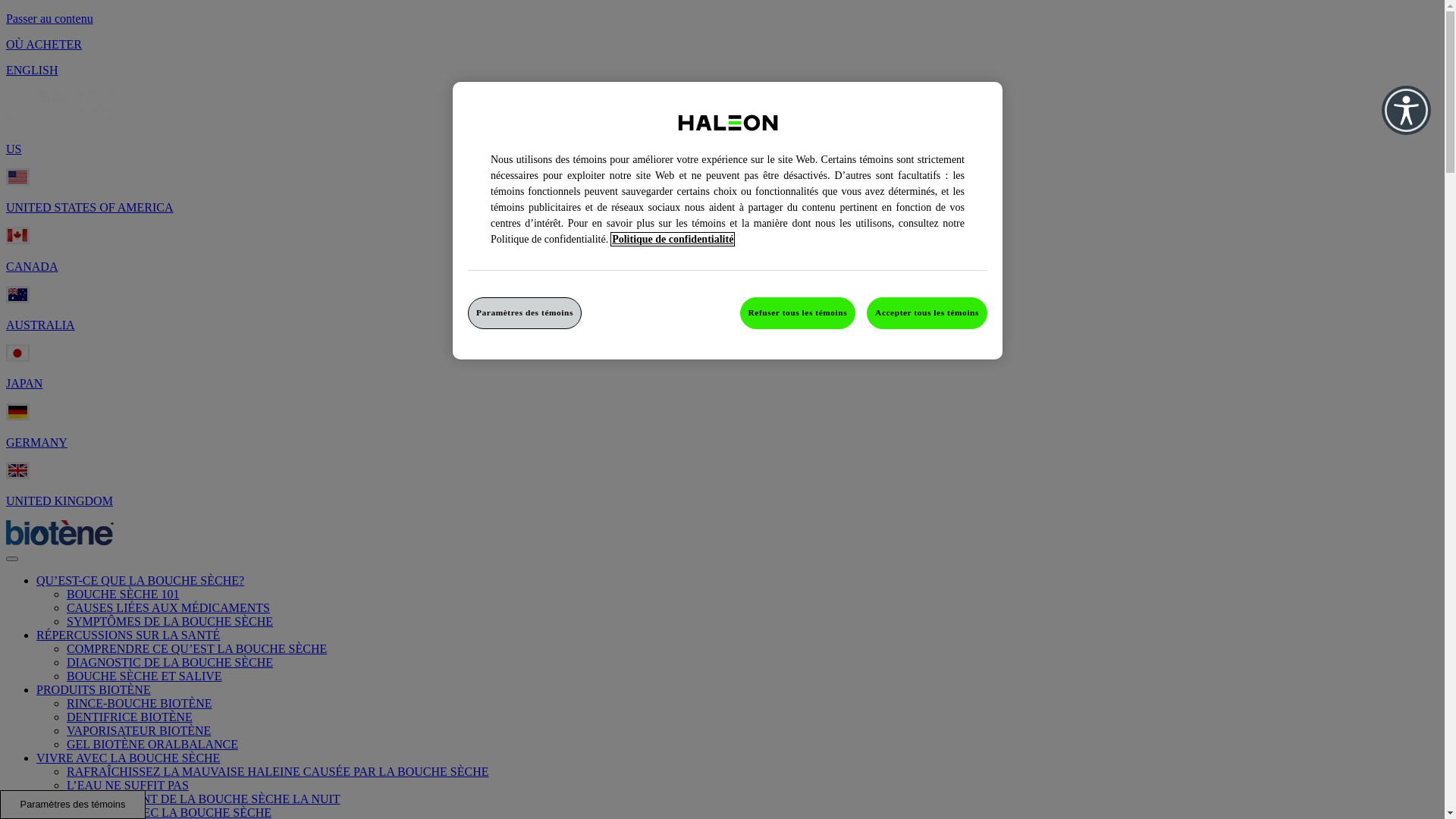  Describe the element at coordinates (6, 324) in the screenshot. I see `'AUSTRALIA'` at that location.